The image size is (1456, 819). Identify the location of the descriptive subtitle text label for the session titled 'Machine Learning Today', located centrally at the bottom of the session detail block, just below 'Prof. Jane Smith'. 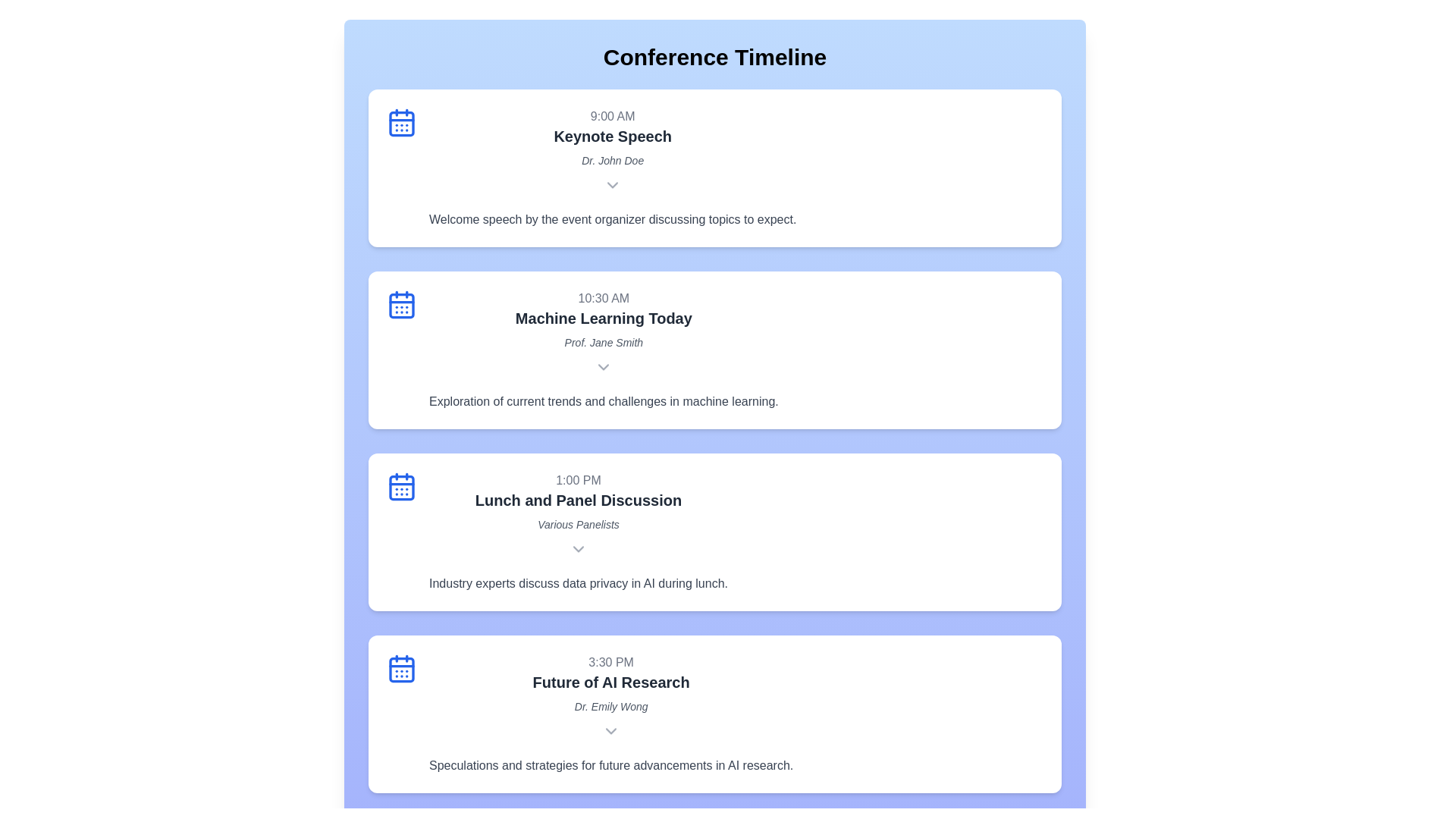
(603, 400).